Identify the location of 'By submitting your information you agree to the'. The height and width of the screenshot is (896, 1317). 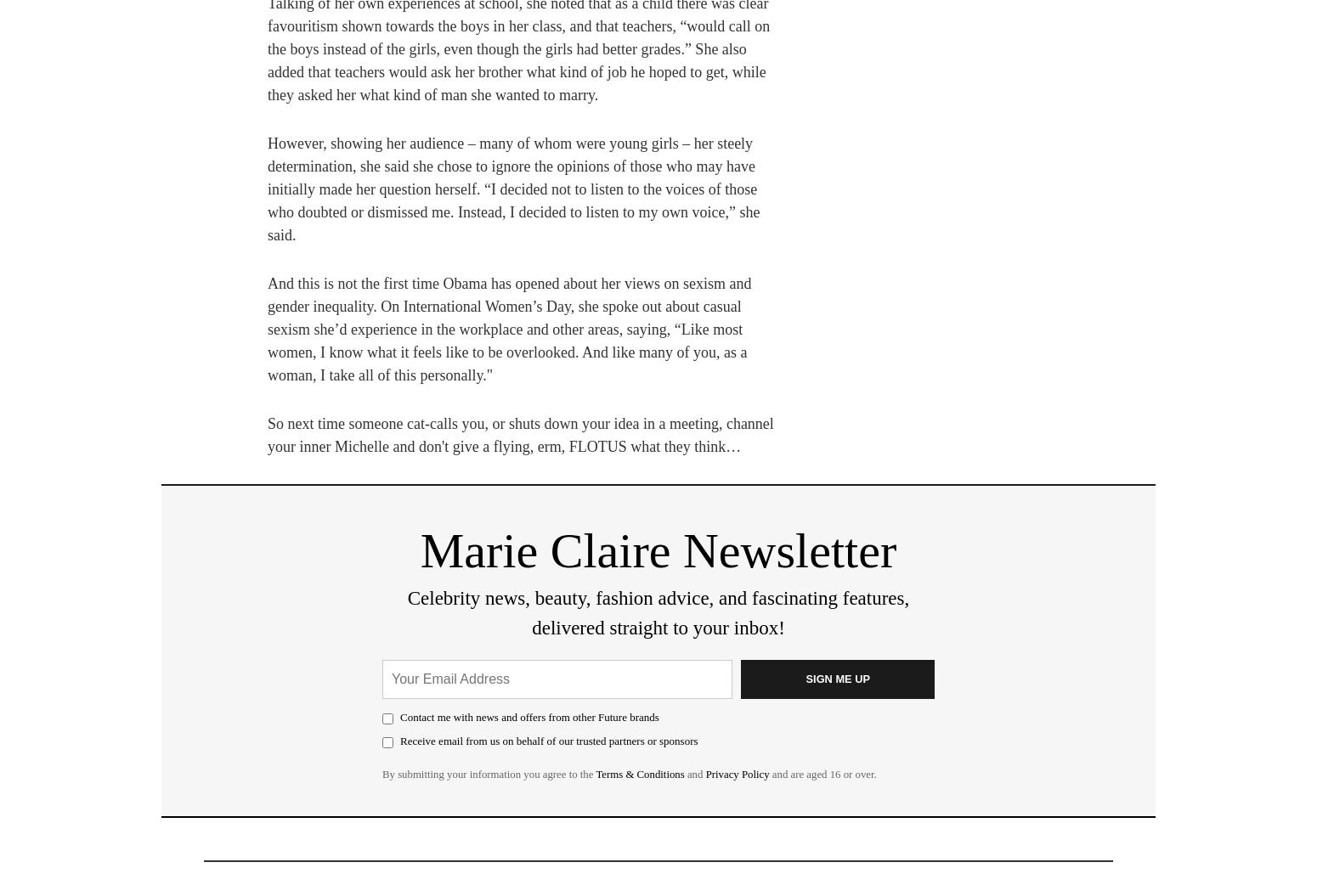
(489, 774).